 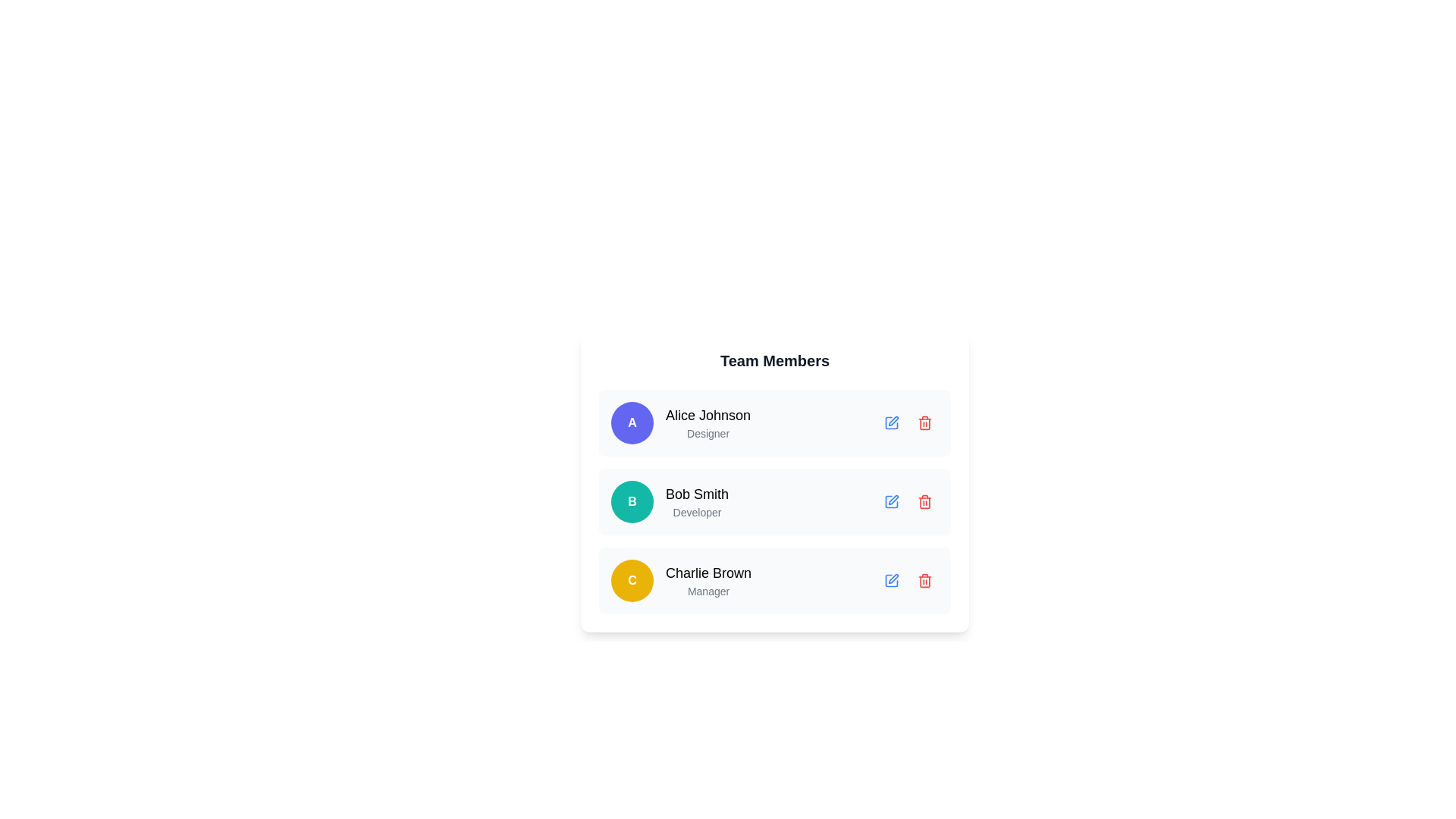 I want to click on the blue pen icon in the third row for 'Charlie Brown - Manager', so click(x=892, y=580).